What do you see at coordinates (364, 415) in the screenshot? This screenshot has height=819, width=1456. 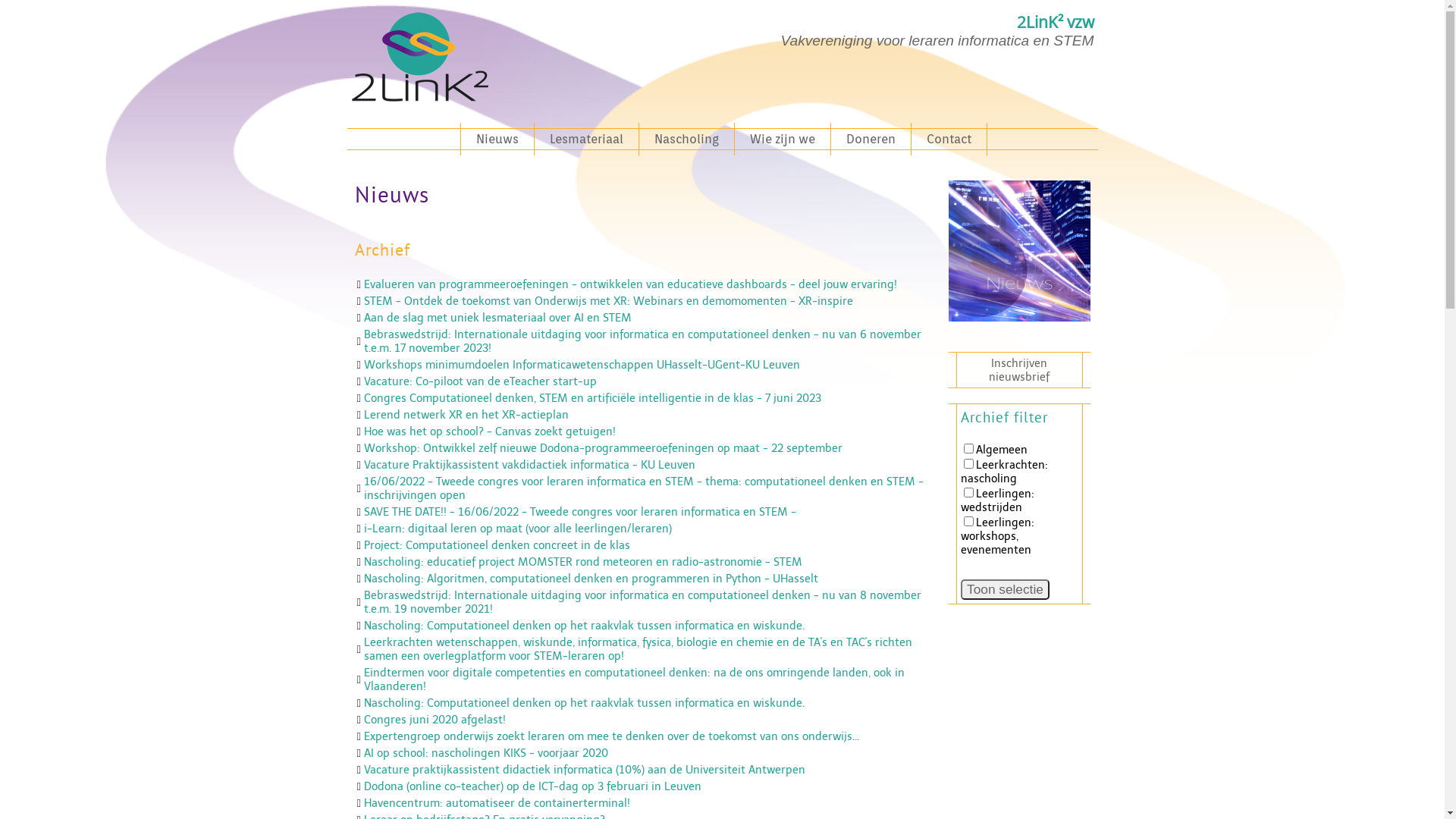 I see `'Lerend netwerk XR en het XR-actieplan'` at bounding box center [364, 415].